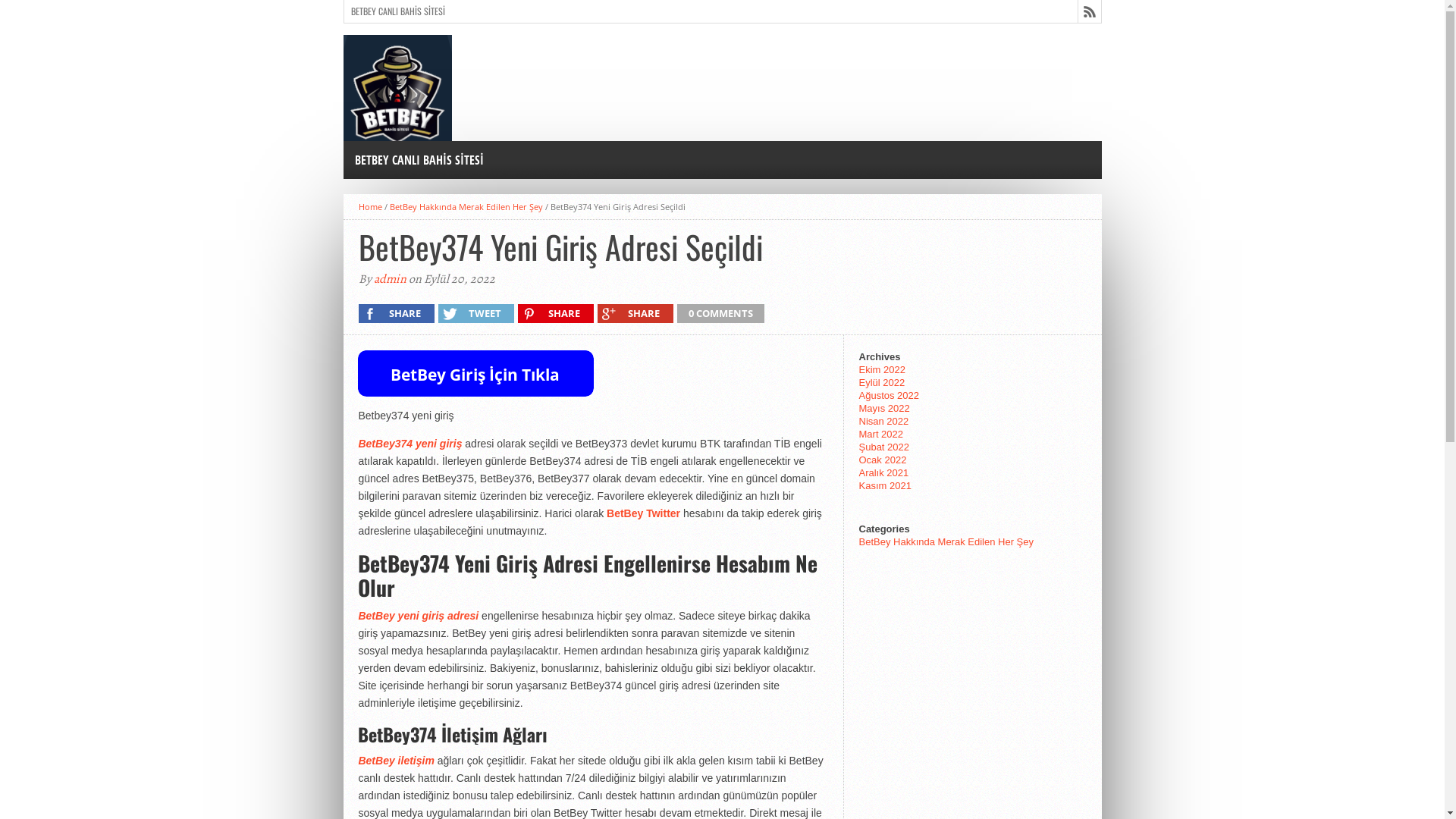 The height and width of the screenshot is (819, 1456). I want to click on 'admin', so click(389, 278).